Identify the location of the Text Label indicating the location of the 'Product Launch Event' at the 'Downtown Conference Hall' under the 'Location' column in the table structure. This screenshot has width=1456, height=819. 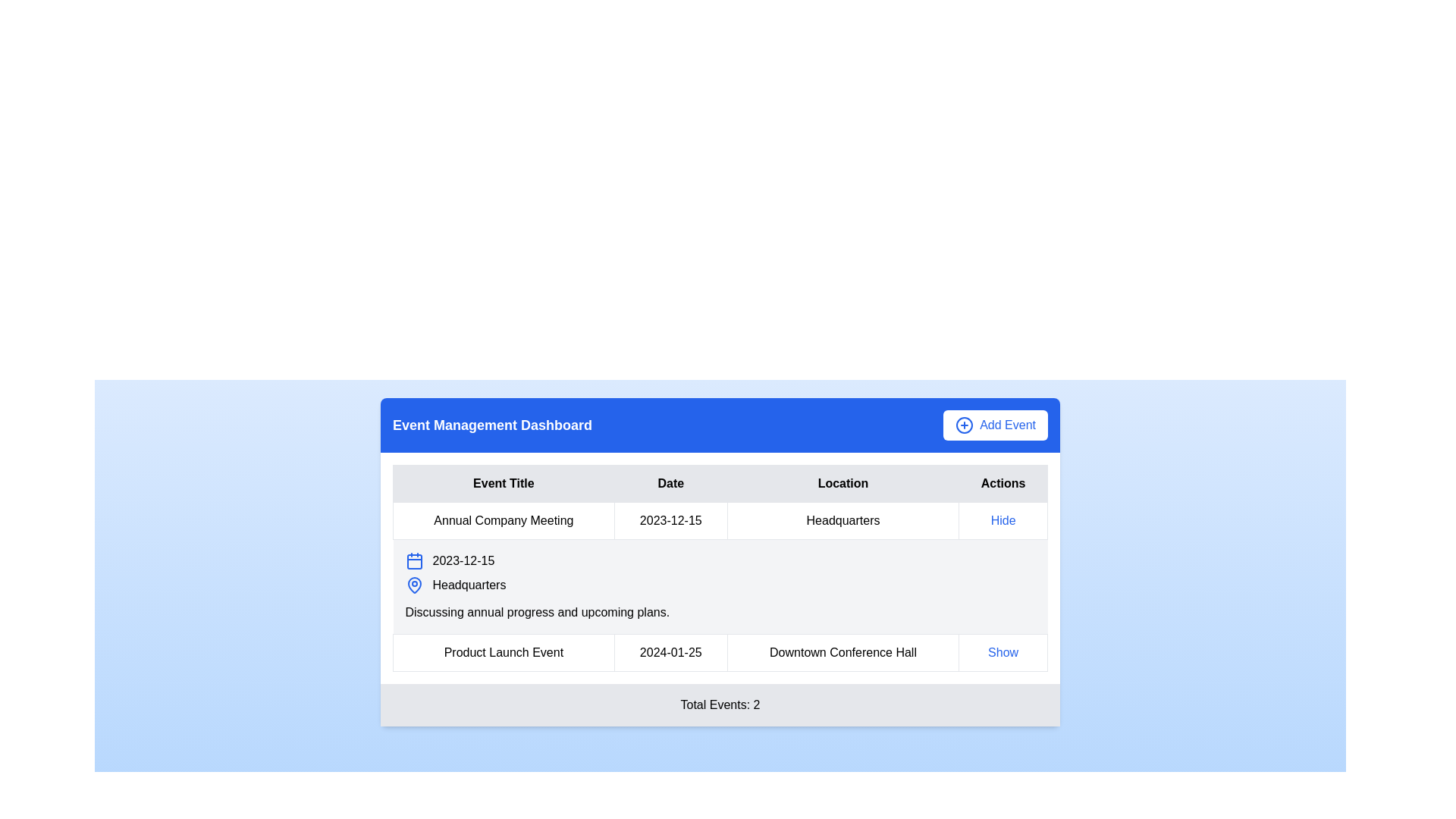
(843, 651).